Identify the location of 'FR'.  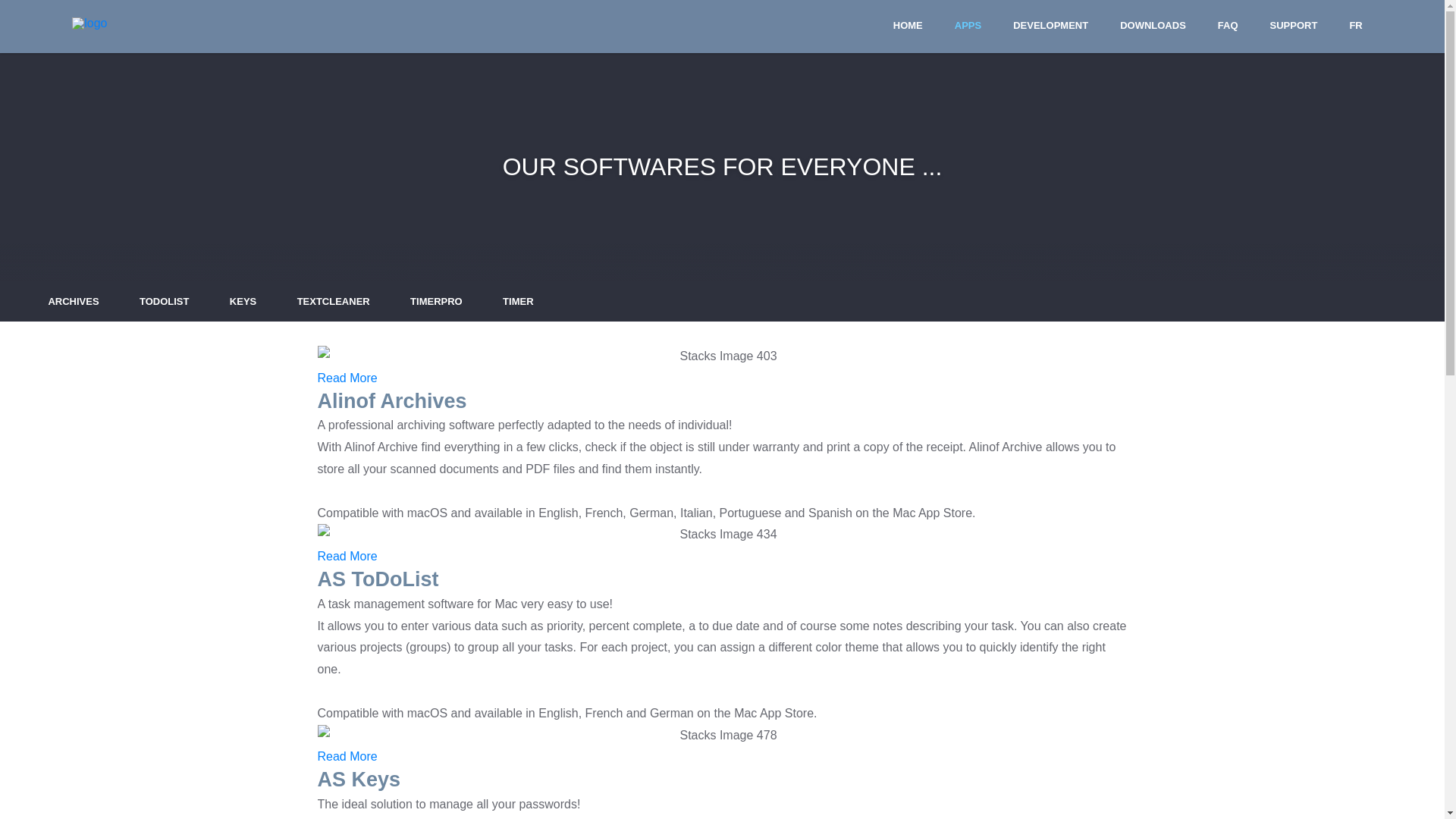
(1355, 25).